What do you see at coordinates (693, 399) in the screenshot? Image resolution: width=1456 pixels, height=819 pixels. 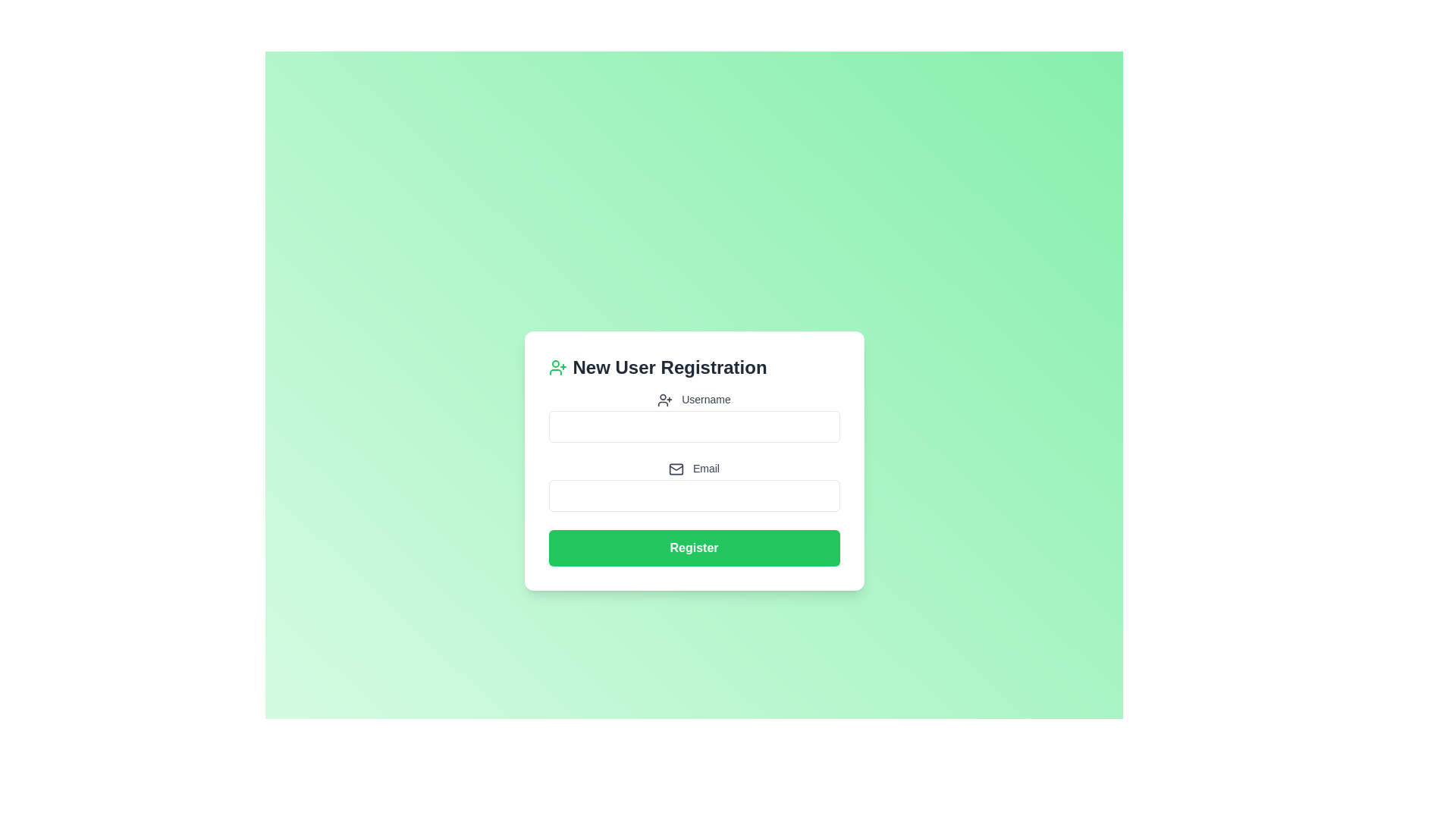 I see `the label that describes the purpose of the adjoining input field for entering a username, located at the top section of the form interface above the username input box` at bounding box center [693, 399].